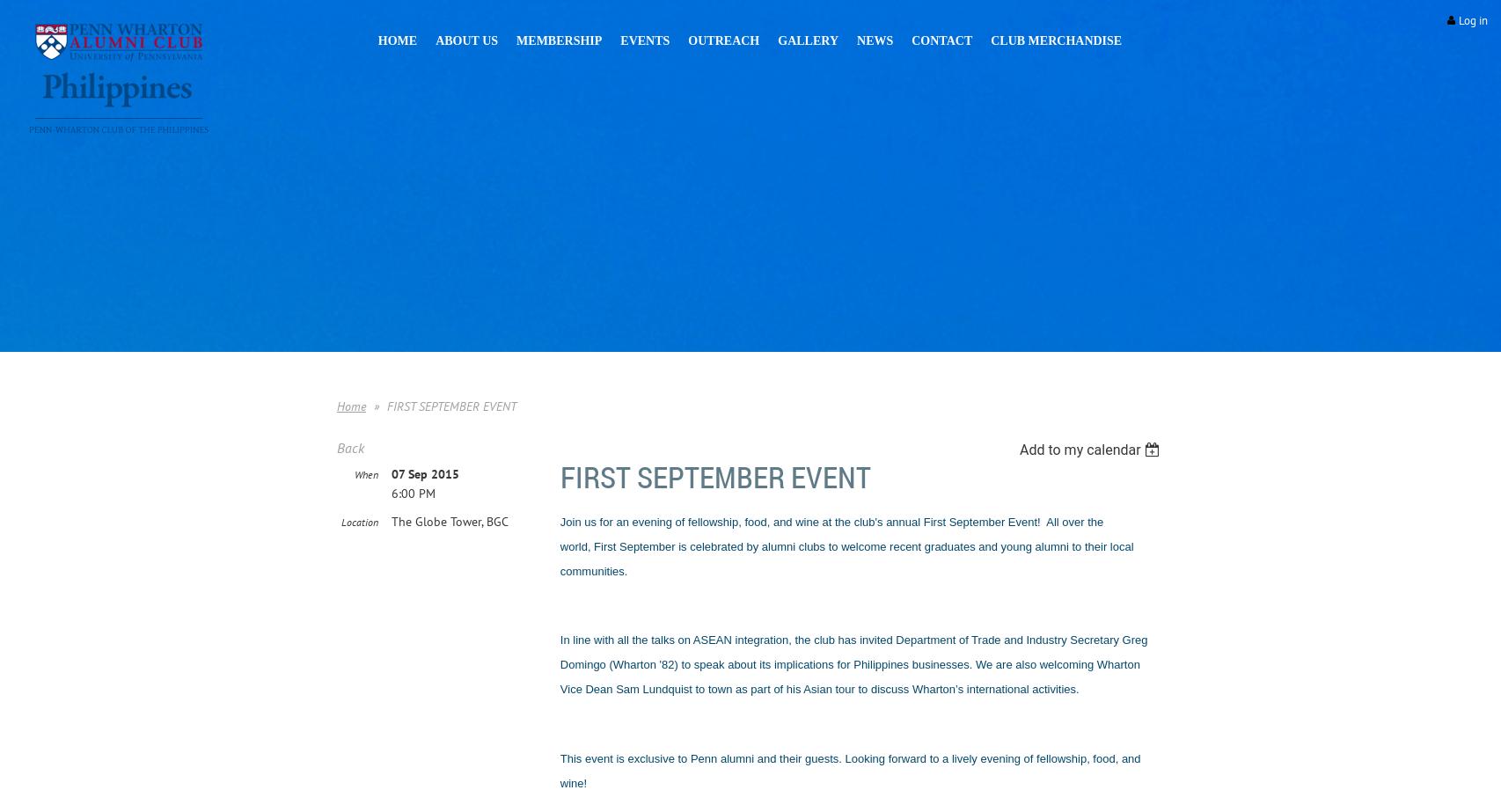 This screenshot has height=812, width=1501. What do you see at coordinates (1458, 20) in the screenshot?
I see `'Log in'` at bounding box center [1458, 20].